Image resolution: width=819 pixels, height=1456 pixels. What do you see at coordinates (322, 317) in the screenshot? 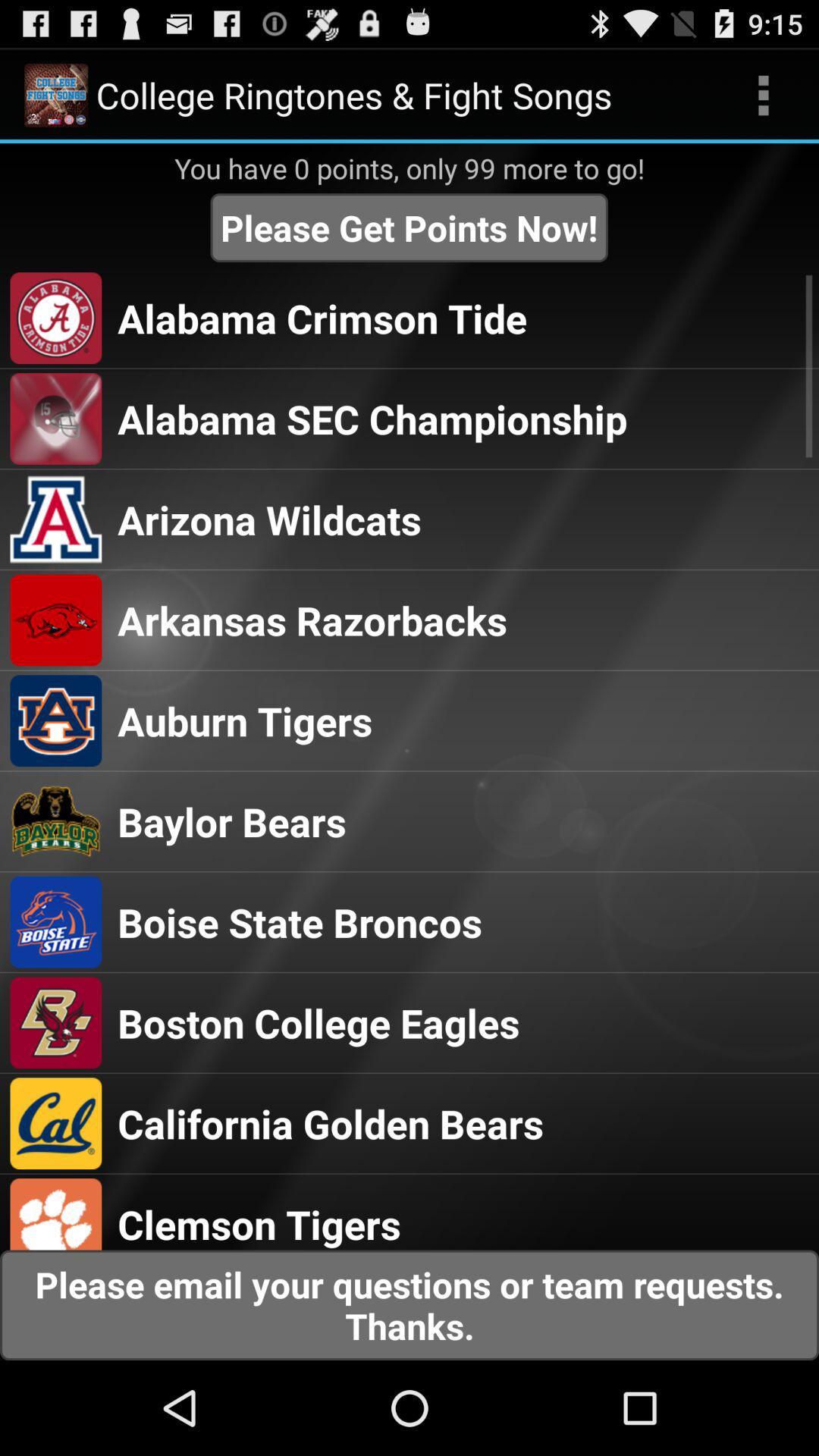
I see `the app above the alabama sec championship item` at bounding box center [322, 317].